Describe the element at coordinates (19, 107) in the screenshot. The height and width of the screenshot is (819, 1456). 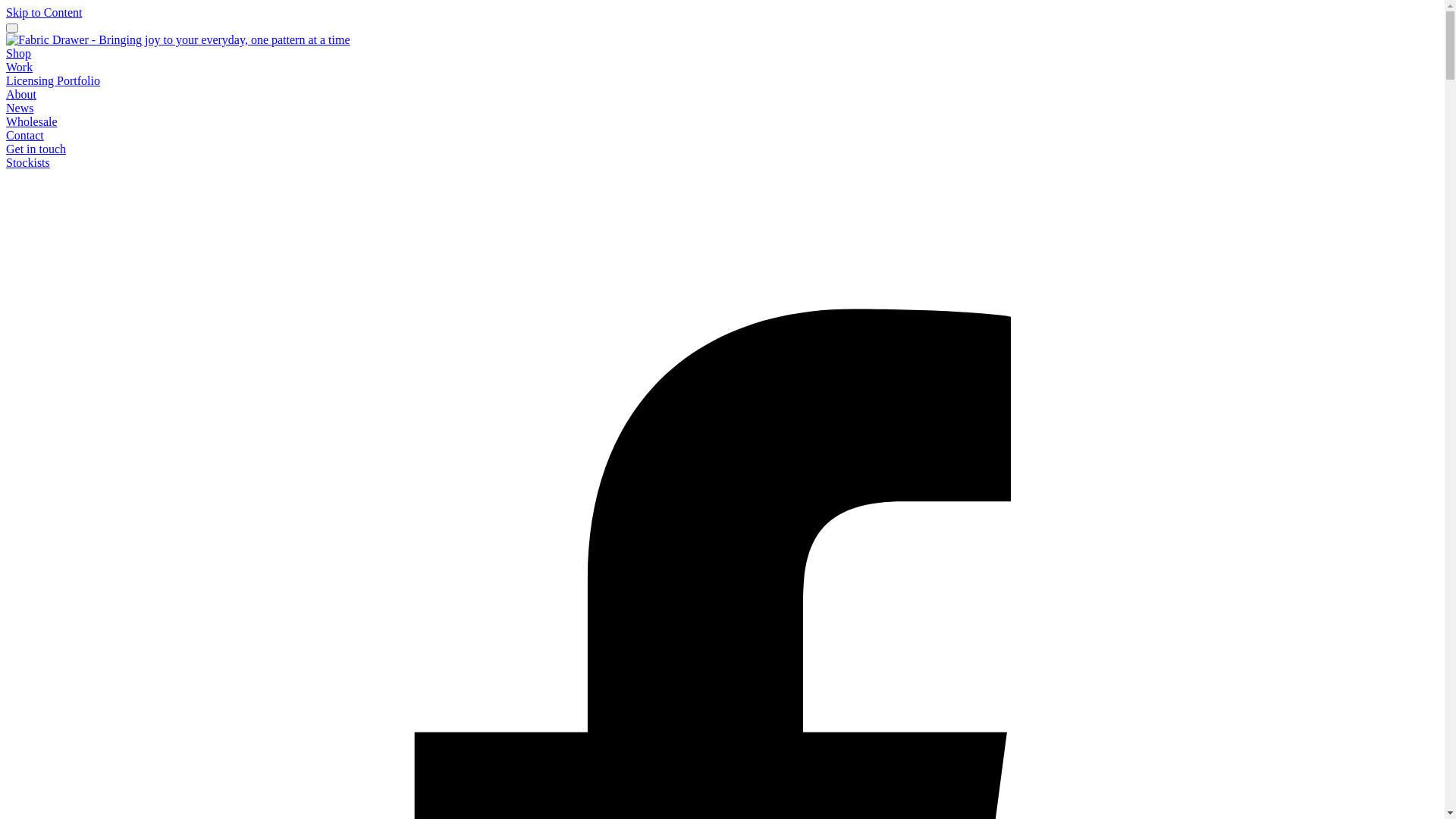
I see `'News'` at that location.